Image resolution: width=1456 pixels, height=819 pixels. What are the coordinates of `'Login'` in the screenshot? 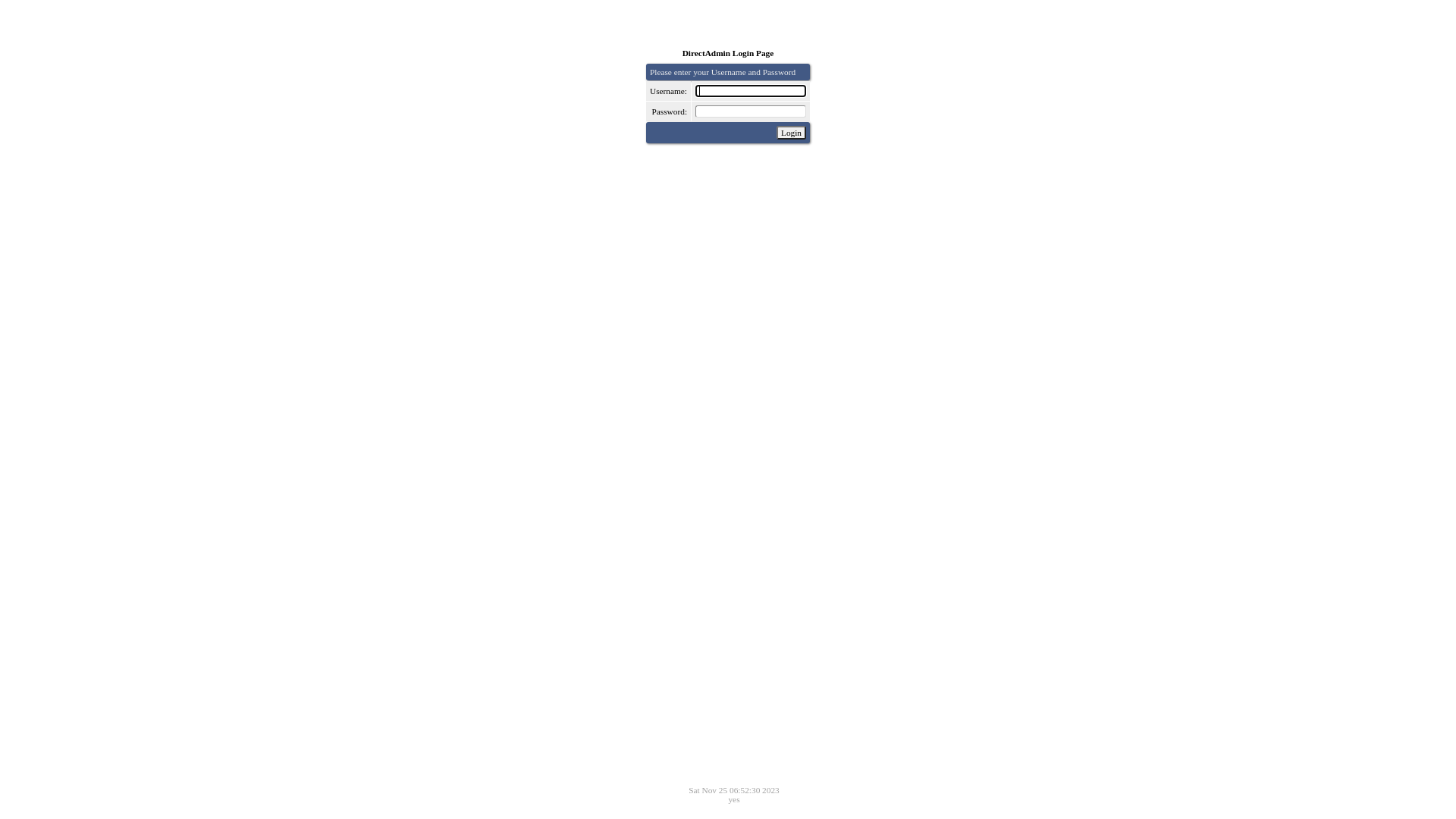 It's located at (776, 131).